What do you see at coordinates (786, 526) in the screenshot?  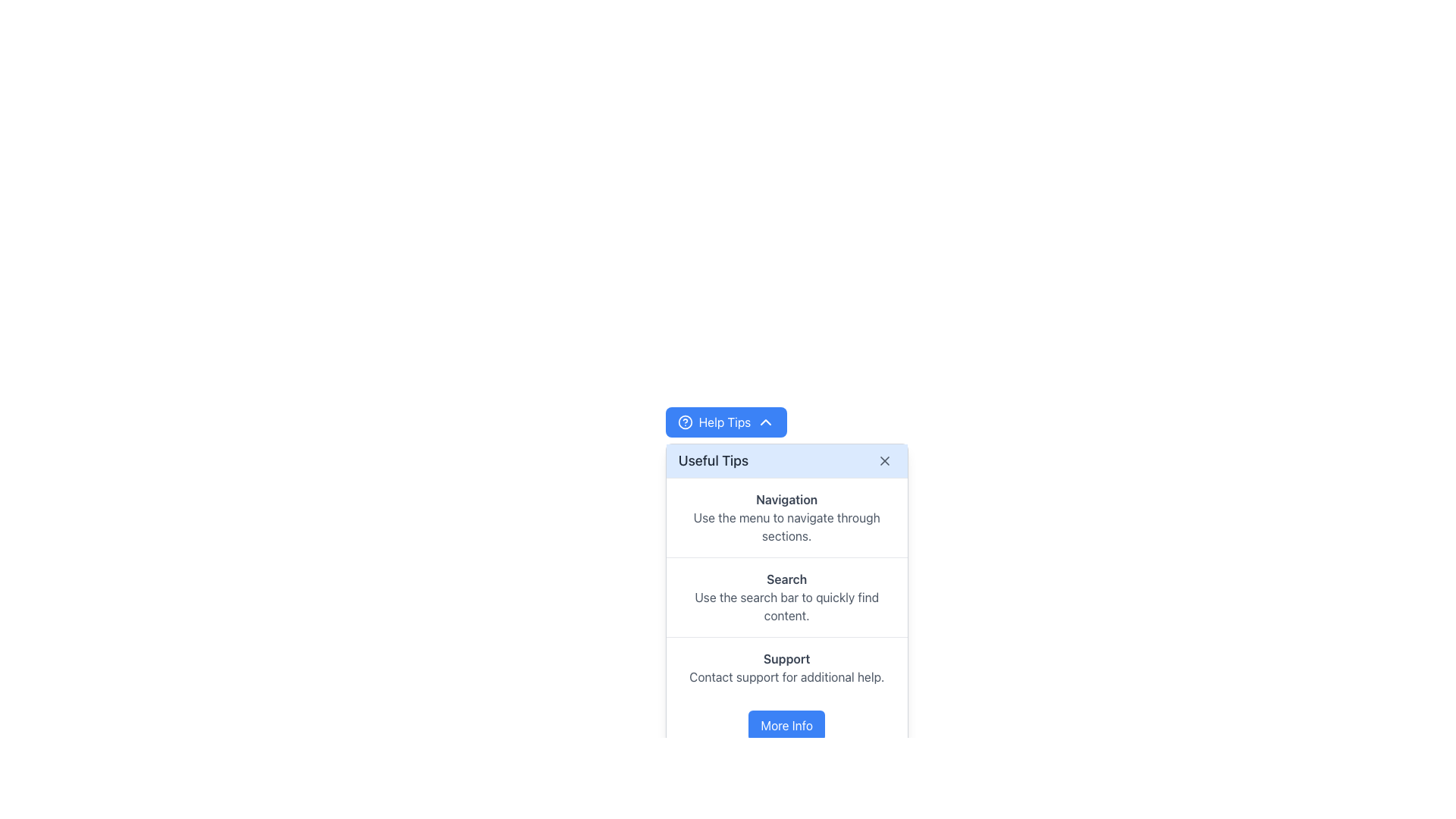 I see `text block displaying the message 'Use the menu to navigate through sections.' located in the 'Useful Tips' popup under the 'Navigation' header` at bounding box center [786, 526].